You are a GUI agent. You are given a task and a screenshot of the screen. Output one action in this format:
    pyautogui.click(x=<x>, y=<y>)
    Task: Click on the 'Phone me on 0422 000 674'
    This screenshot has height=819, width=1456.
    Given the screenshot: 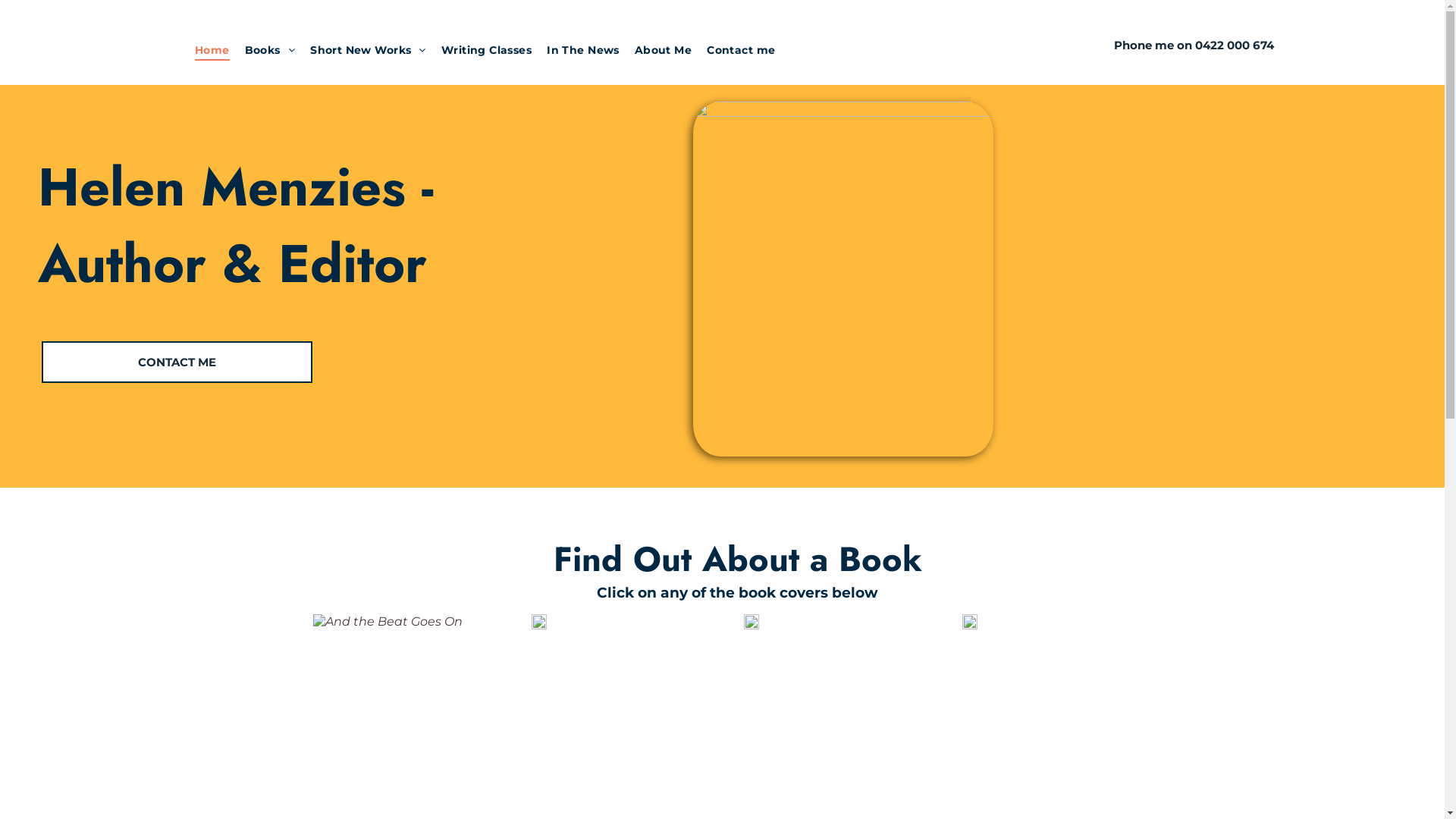 What is the action you would take?
    pyautogui.click(x=1193, y=44)
    